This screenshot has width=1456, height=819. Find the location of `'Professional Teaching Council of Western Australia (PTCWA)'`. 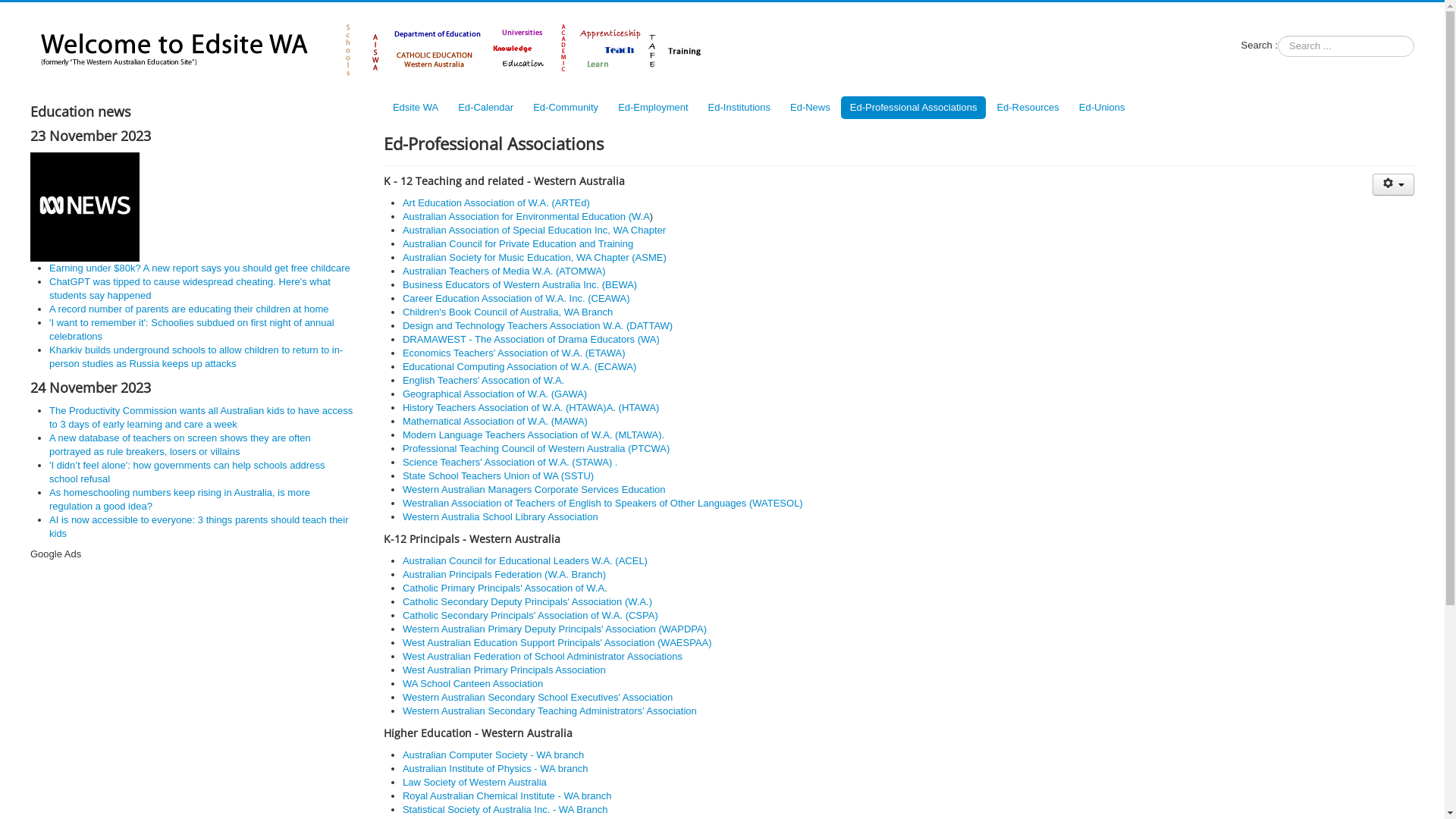

'Professional Teaching Council of Western Australia (PTCWA)' is located at coordinates (535, 447).